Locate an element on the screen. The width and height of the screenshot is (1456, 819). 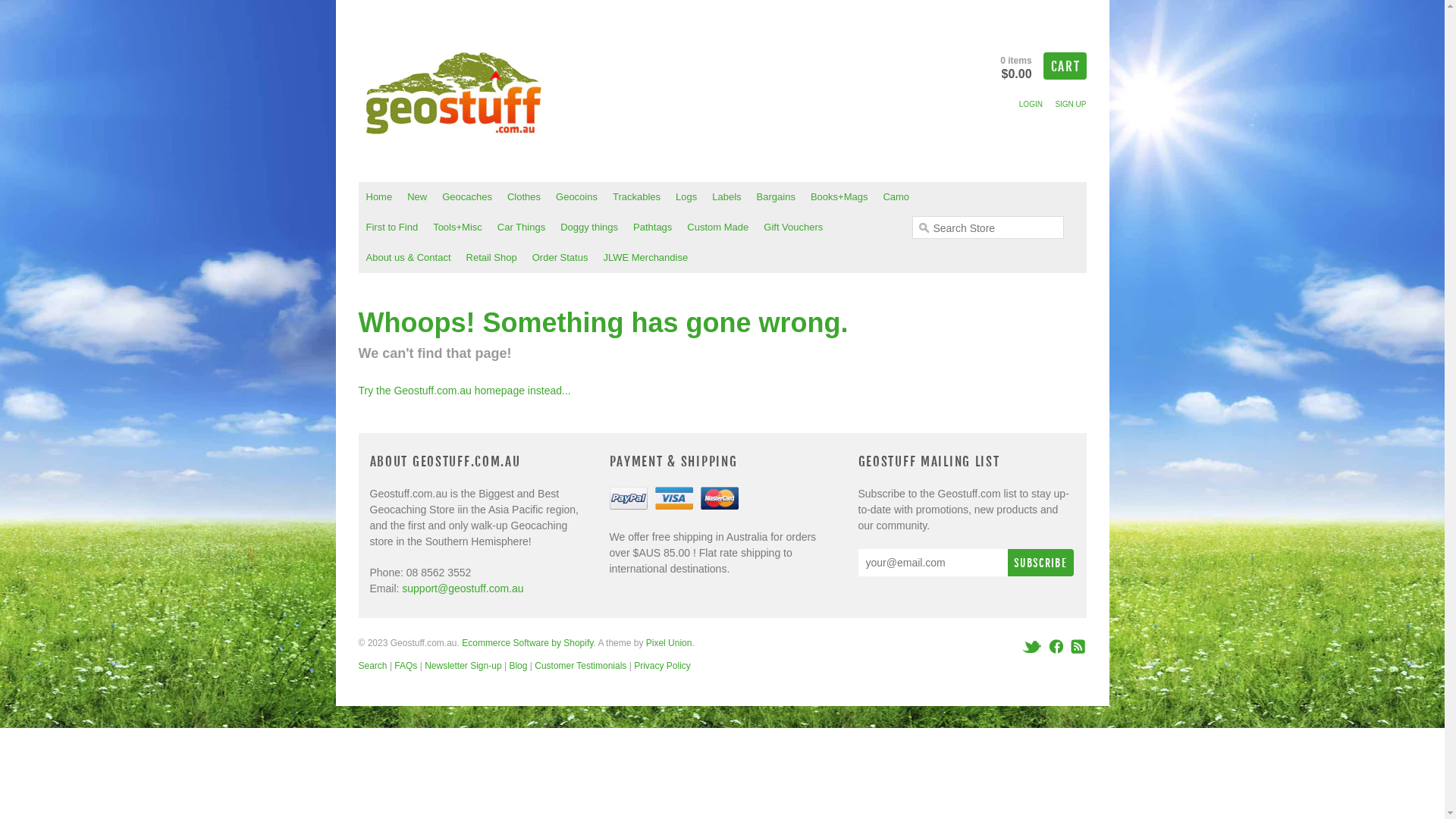
'Order Status' is located at coordinates (560, 256).